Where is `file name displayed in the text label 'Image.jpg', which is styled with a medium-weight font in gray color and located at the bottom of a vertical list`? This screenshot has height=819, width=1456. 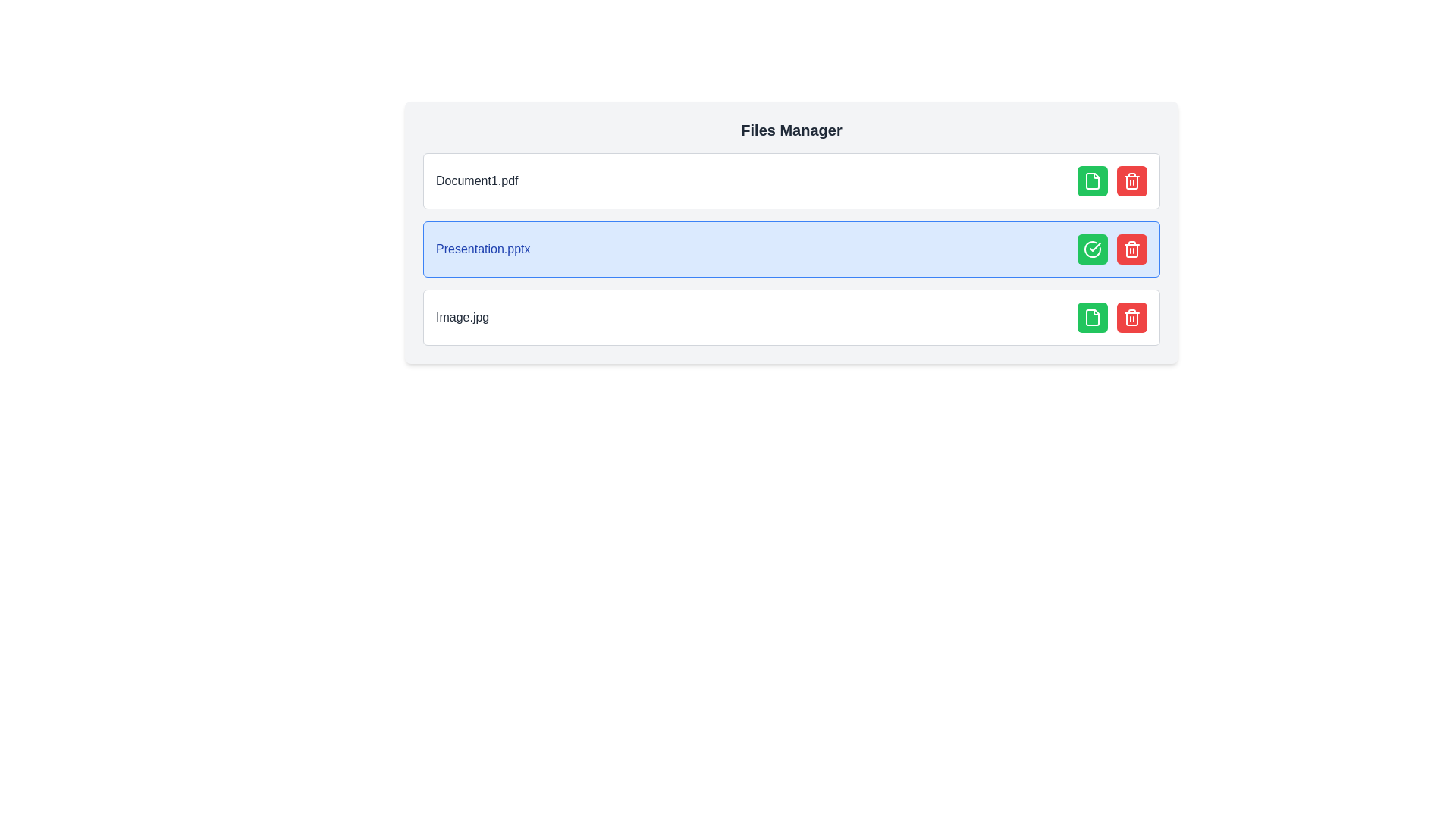
file name displayed in the text label 'Image.jpg', which is styled with a medium-weight font in gray color and located at the bottom of a vertical list is located at coordinates (462, 317).